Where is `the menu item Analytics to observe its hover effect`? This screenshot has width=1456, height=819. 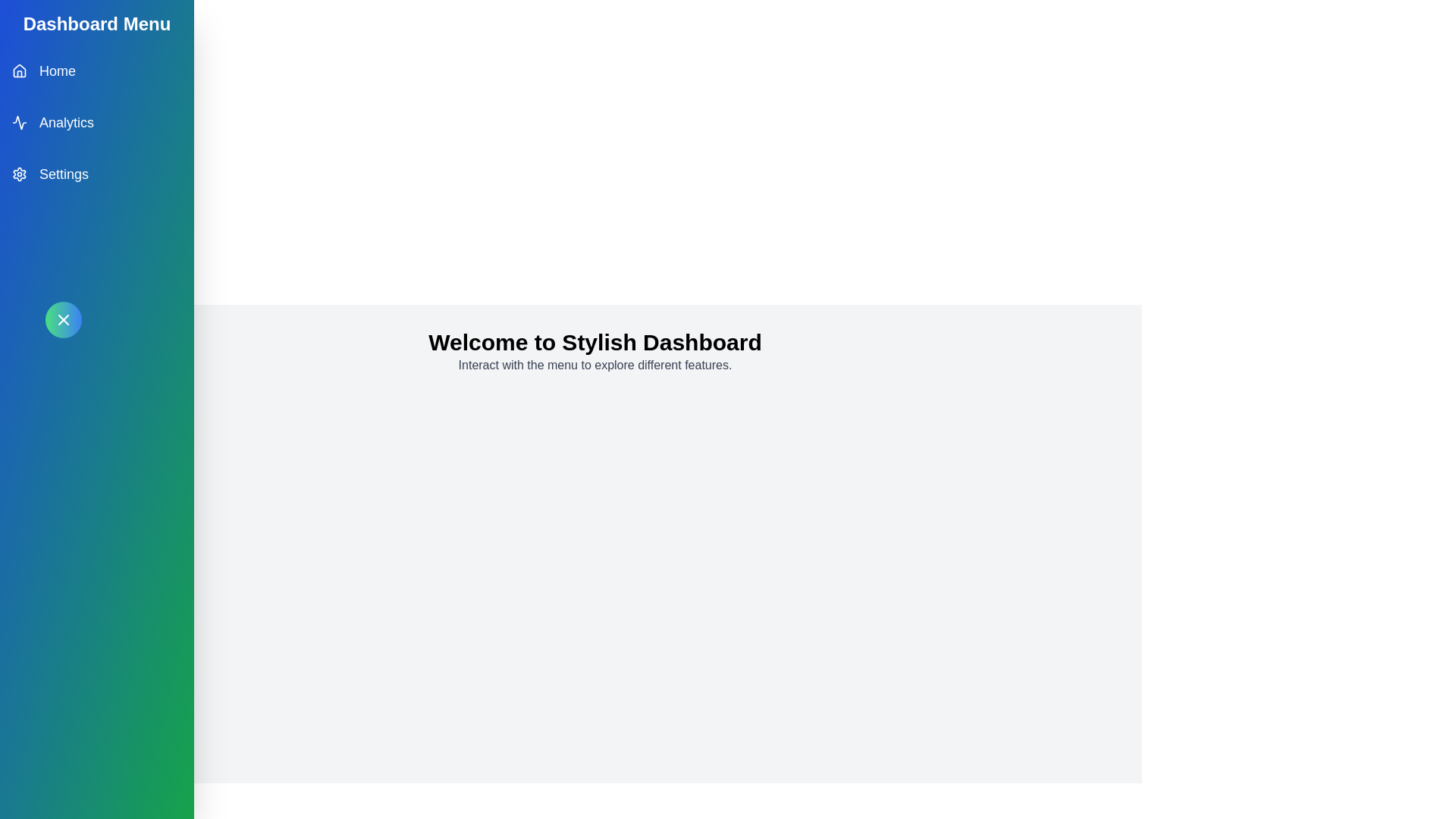 the menu item Analytics to observe its hover effect is located at coordinates (96, 122).